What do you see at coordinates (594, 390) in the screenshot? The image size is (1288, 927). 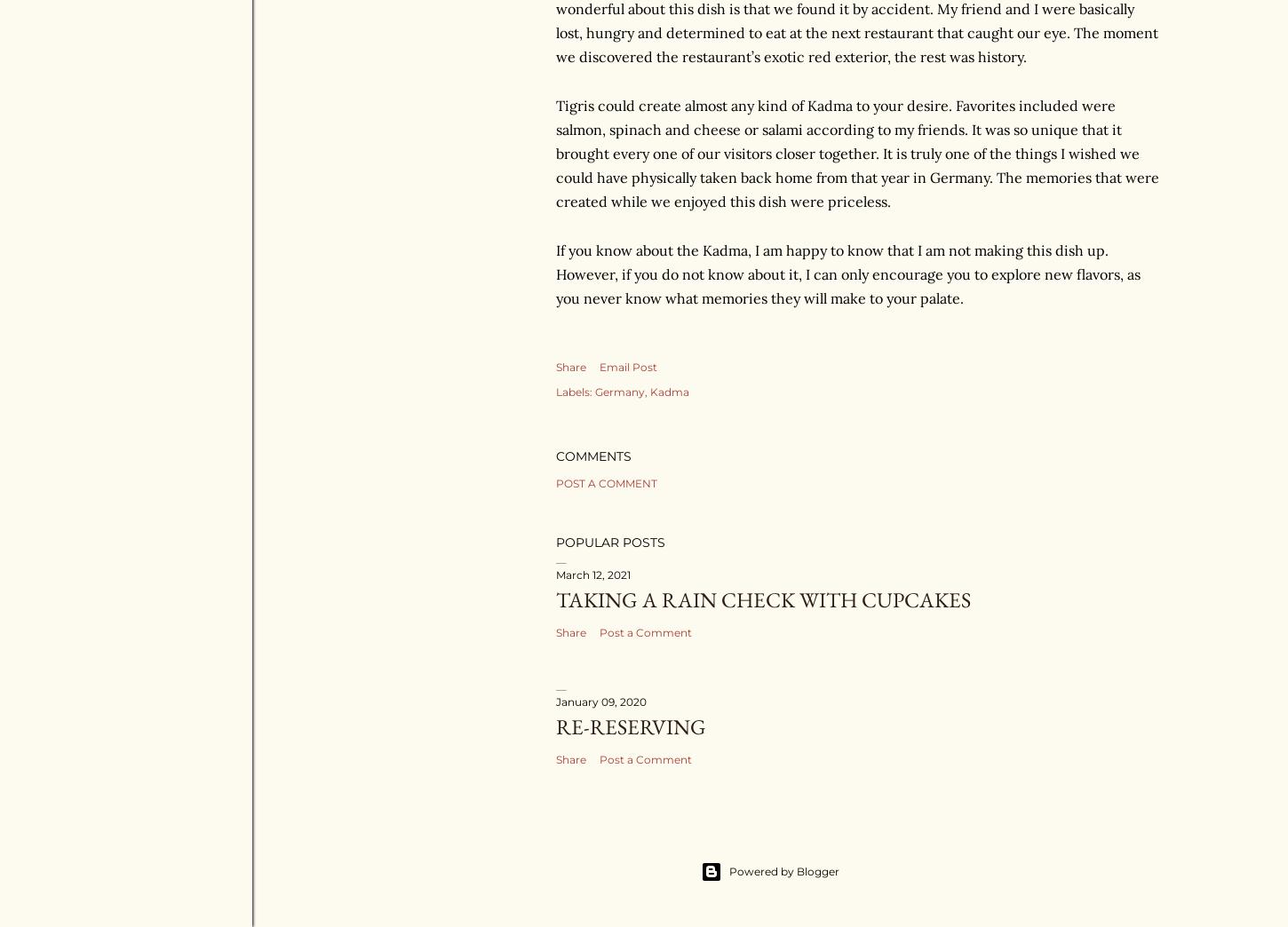 I see `'Germany'` at bounding box center [594, 390].